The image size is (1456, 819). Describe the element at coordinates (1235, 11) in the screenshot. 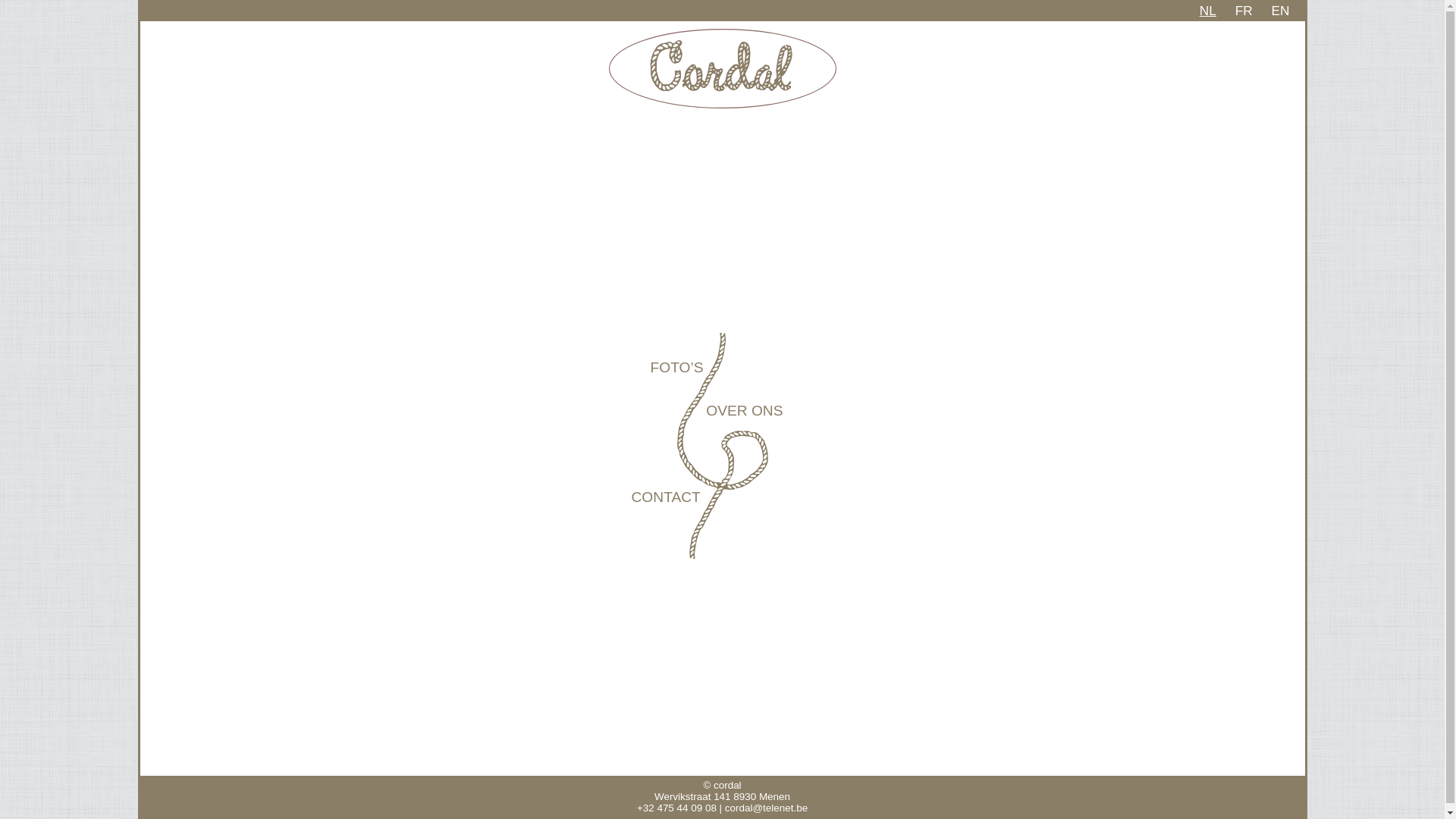

I see `'FR'` at that location.